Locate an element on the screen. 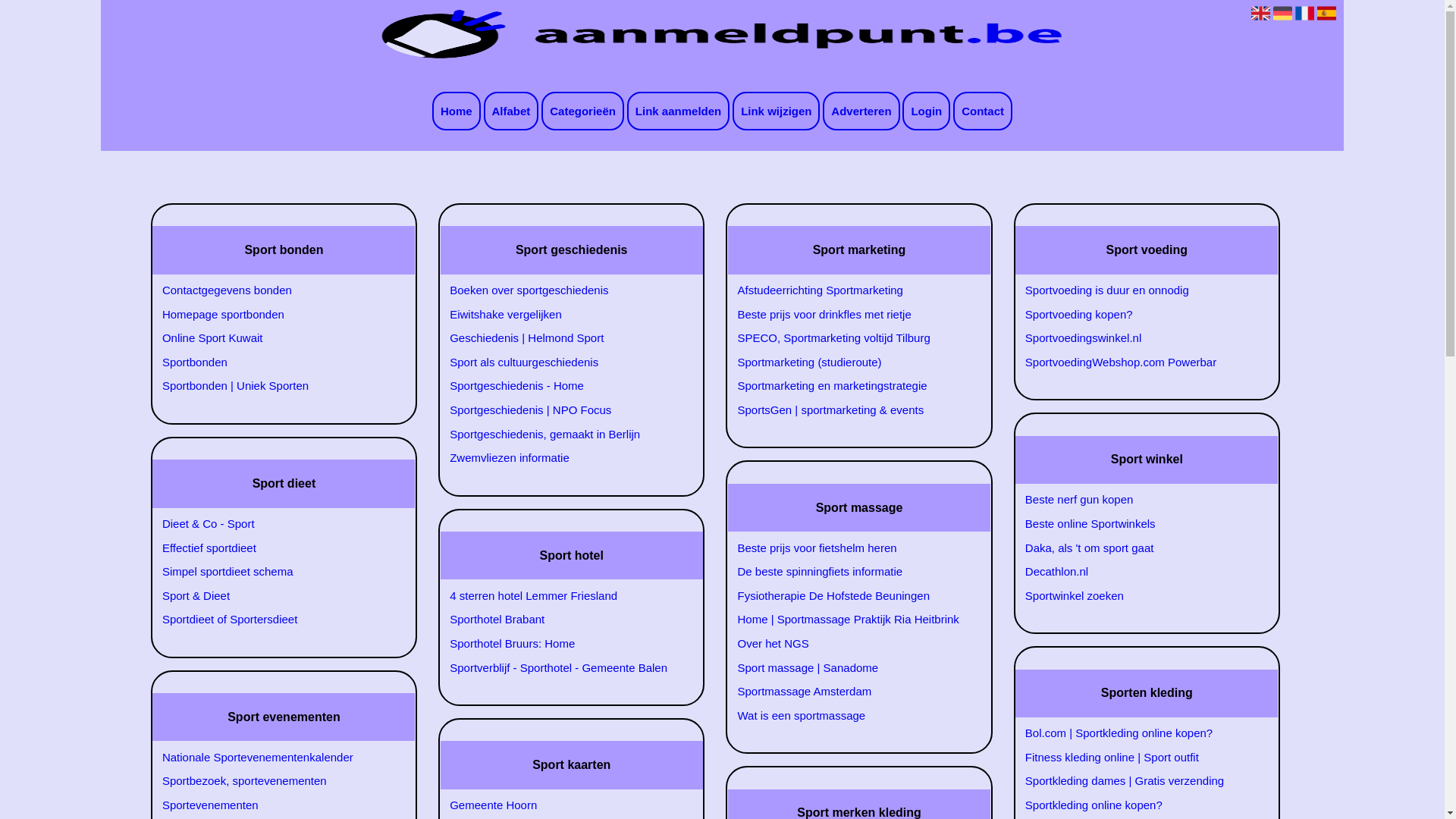  'Sportbezoek, sportevenementen' is located at coordinates (275, 780).